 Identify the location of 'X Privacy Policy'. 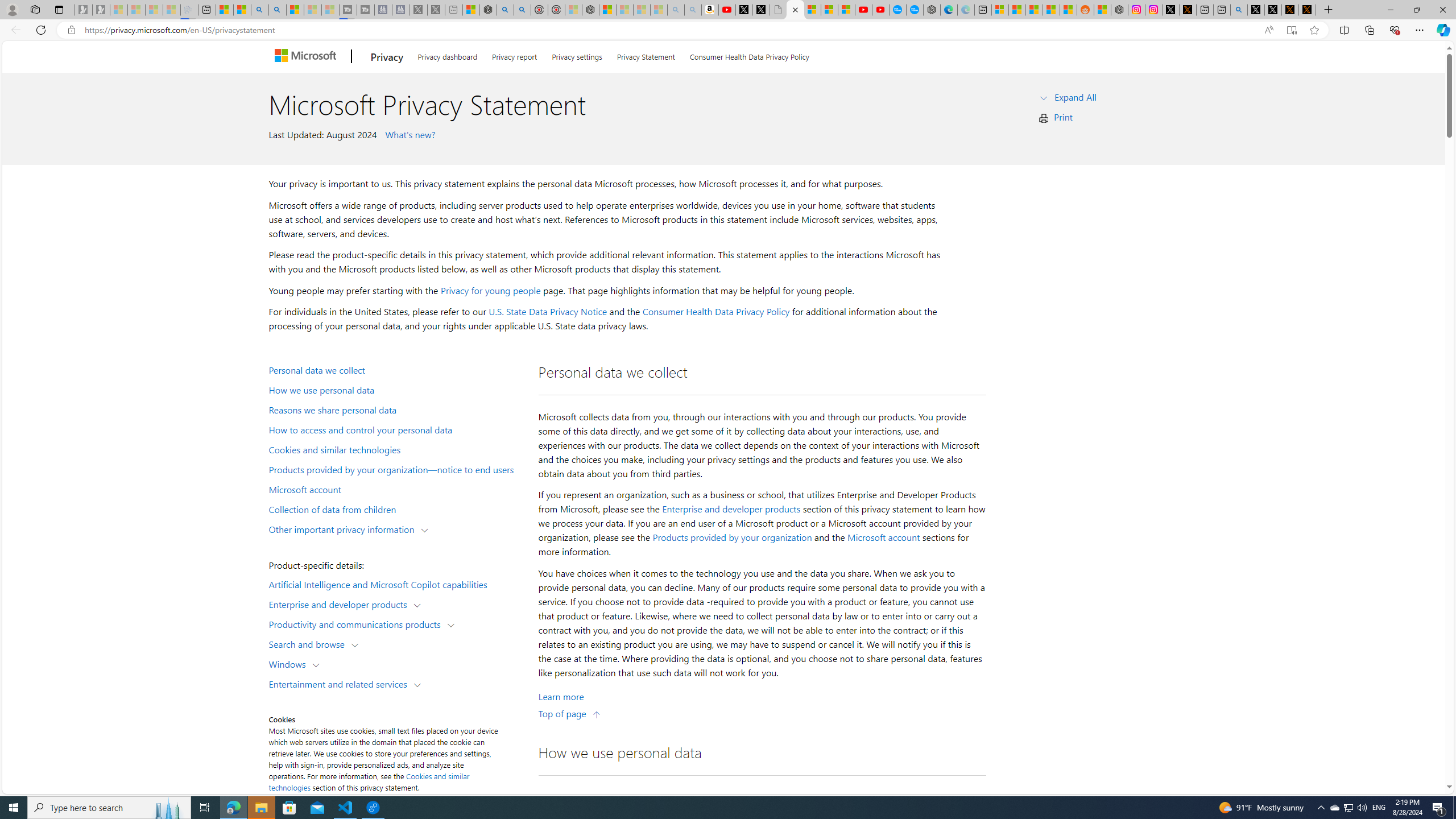
(1307, 9).